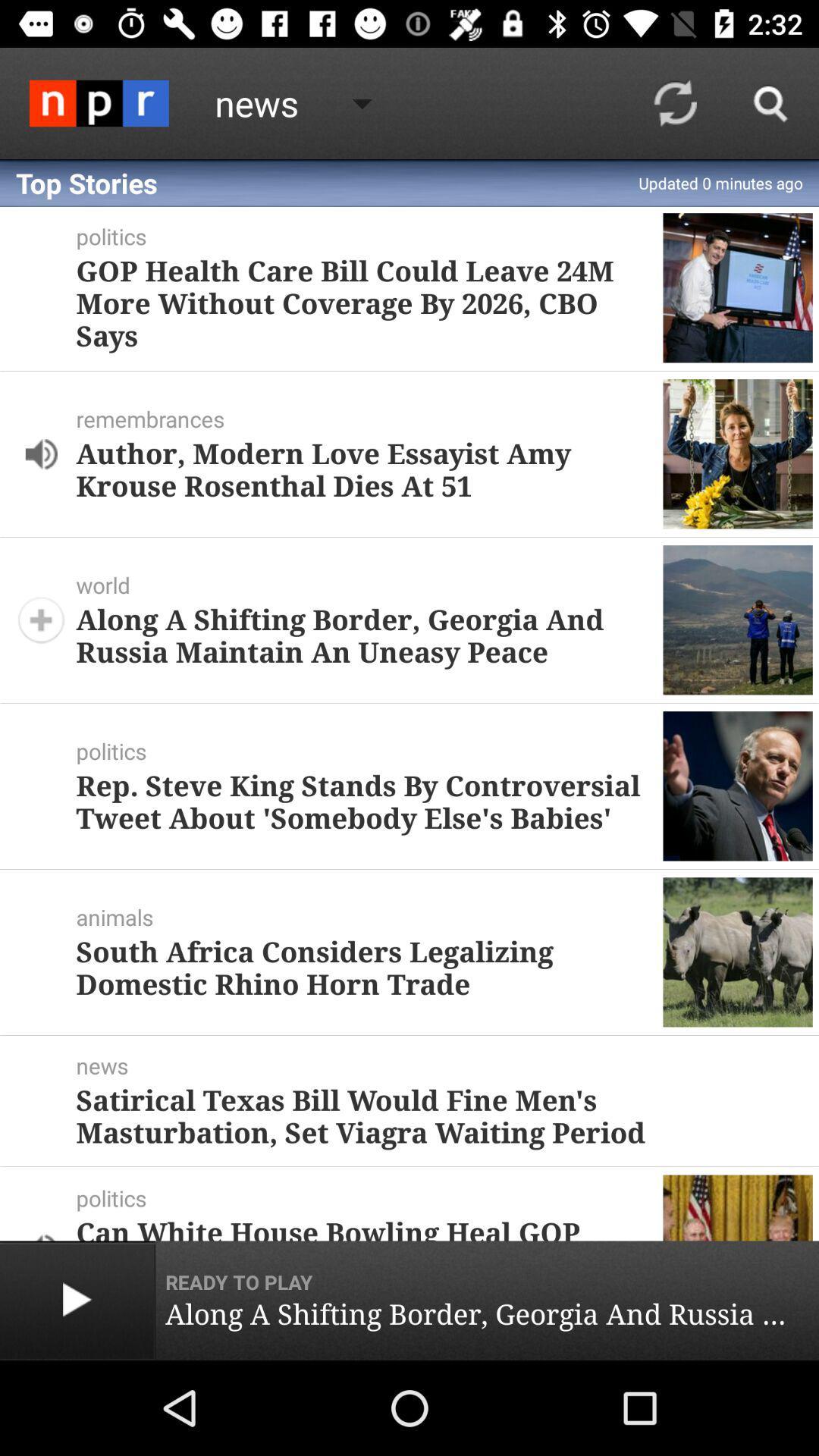 The width and height of the screenshot is (819, 1456). I want to click on the icon next to the news icon, so click(99, 102).